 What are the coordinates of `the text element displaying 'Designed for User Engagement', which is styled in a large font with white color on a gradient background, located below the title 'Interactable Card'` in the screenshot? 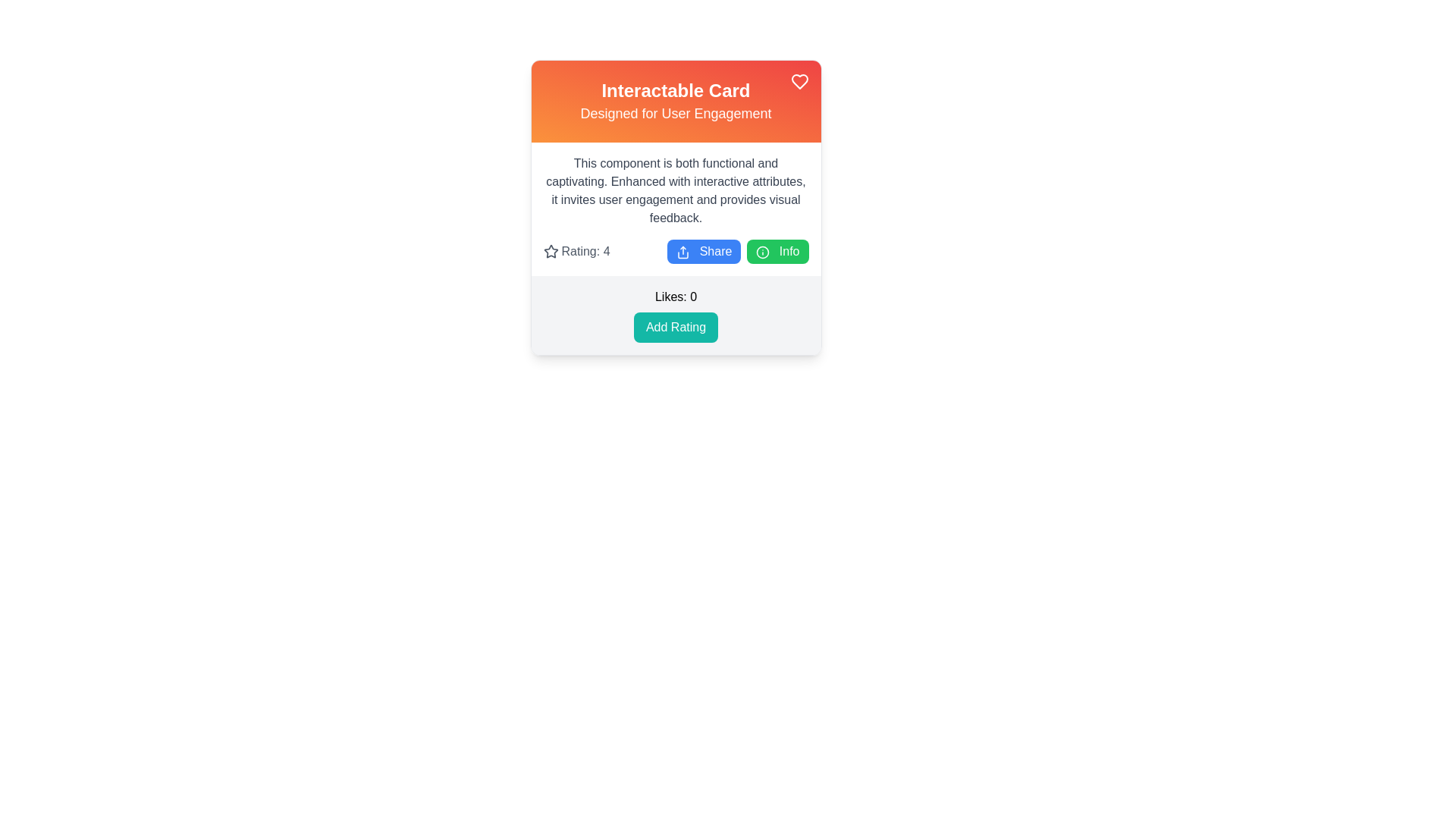 It's located at (675, 113).